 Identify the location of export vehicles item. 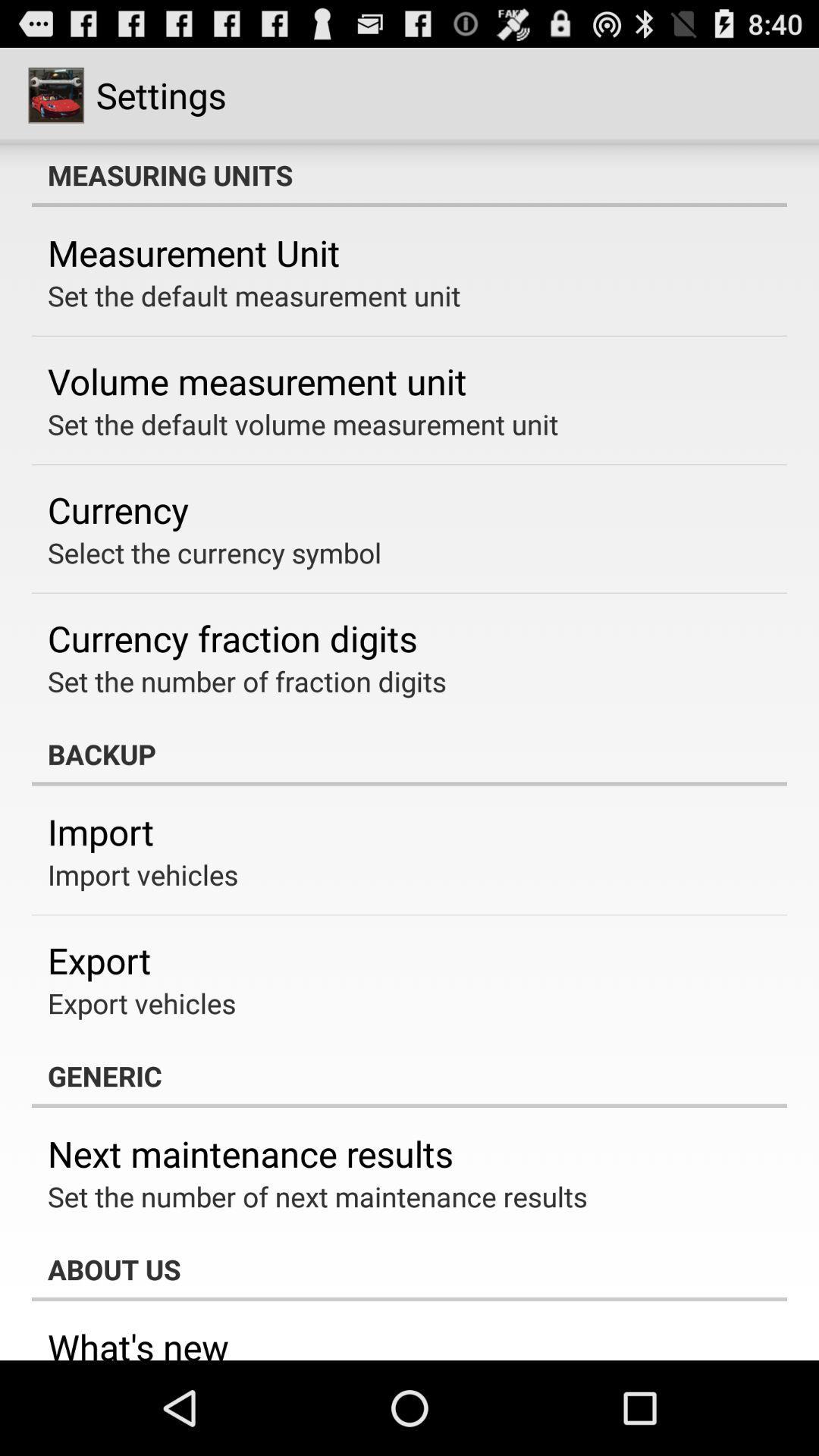
(142, 1003).